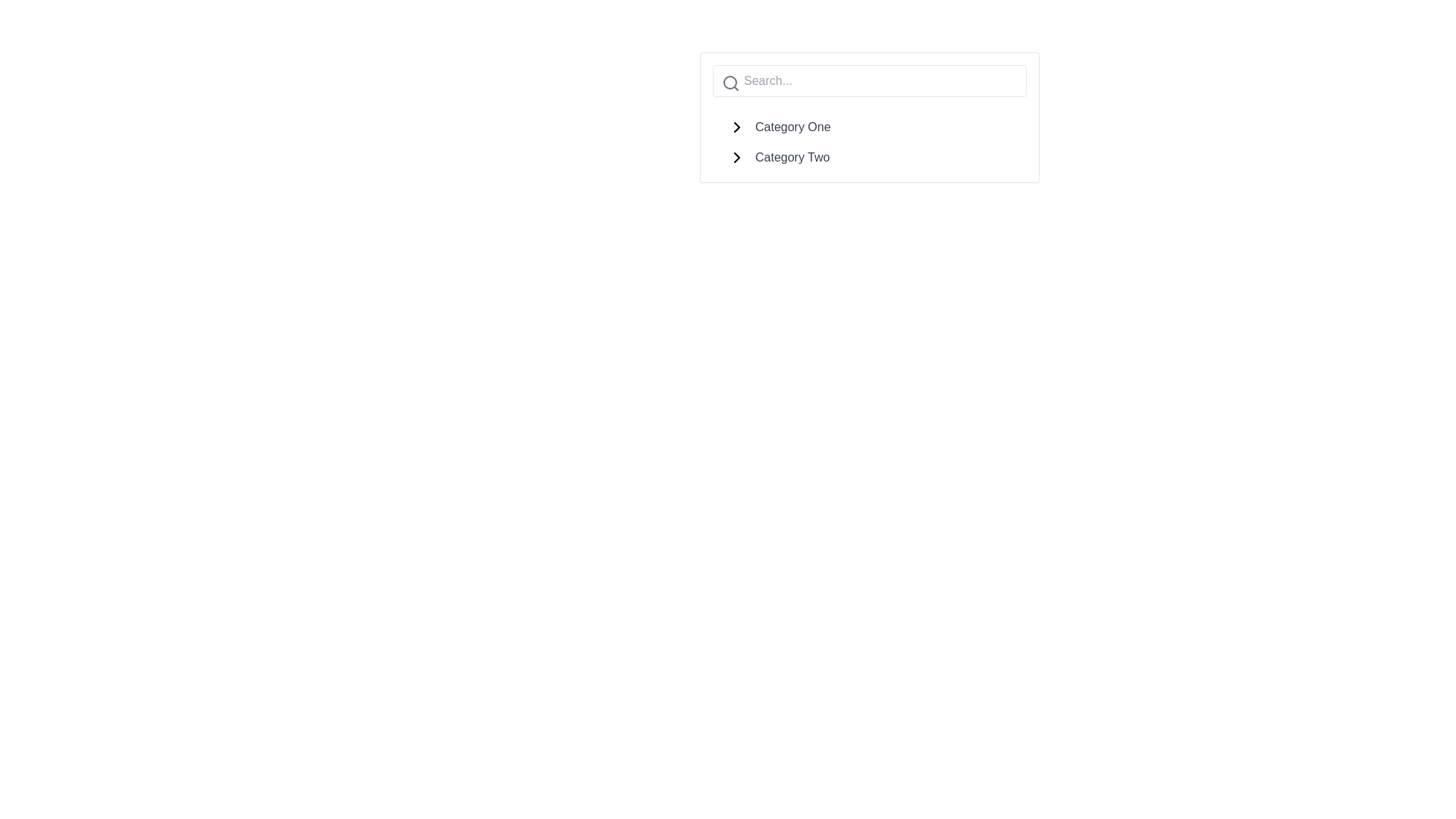 The width and height of the screenshot is (1456, 819). What do you see at coordinates (736, 127) in the screenshot?
I see `the icon that serves as a visual indicator for expanding or collapsing the 'Category One' section` at bounding box center [736, 127].